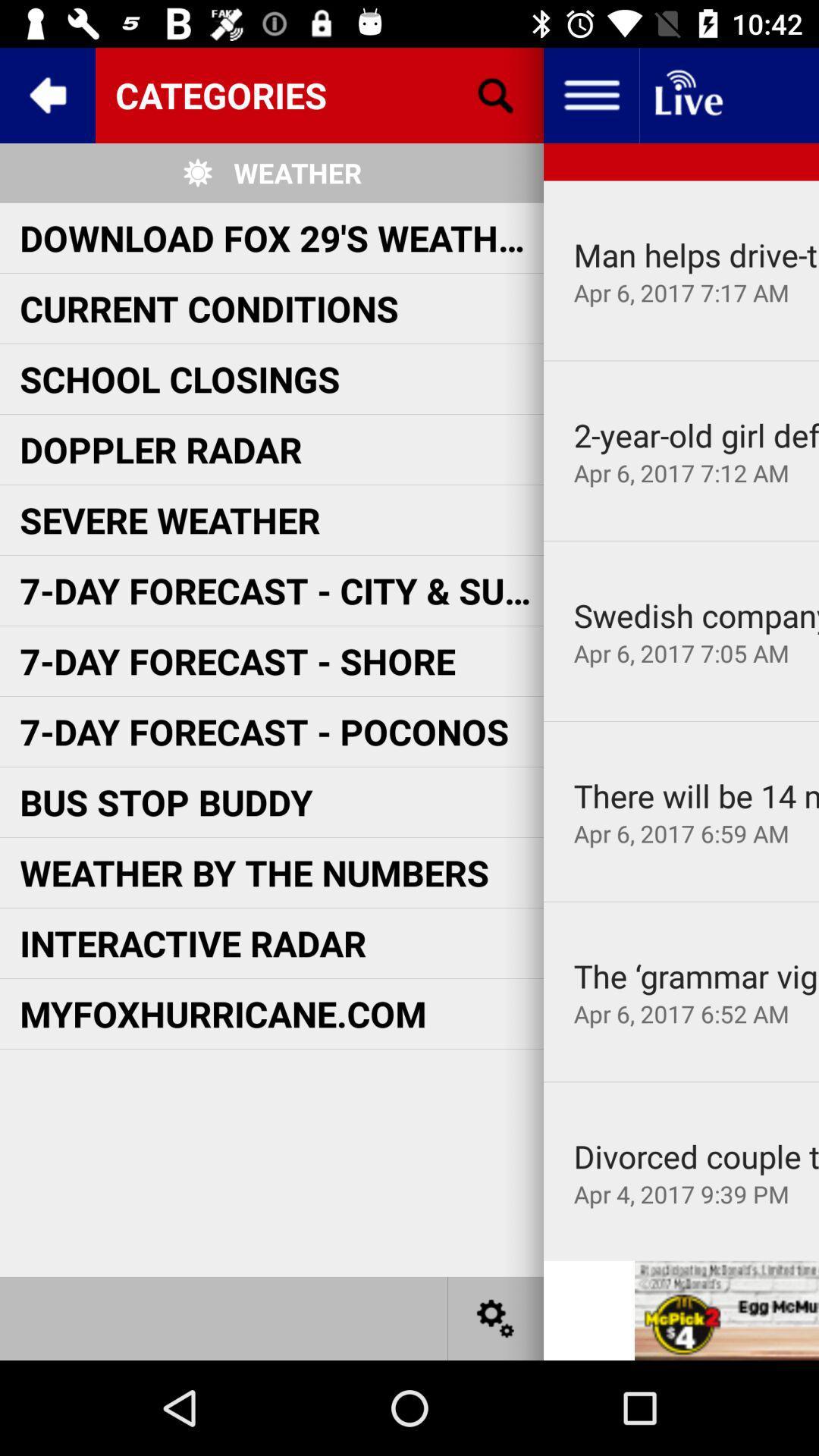 The image size is (819, 1456). I want to click on item above the apr 6 2017 app, so click(696, 255).